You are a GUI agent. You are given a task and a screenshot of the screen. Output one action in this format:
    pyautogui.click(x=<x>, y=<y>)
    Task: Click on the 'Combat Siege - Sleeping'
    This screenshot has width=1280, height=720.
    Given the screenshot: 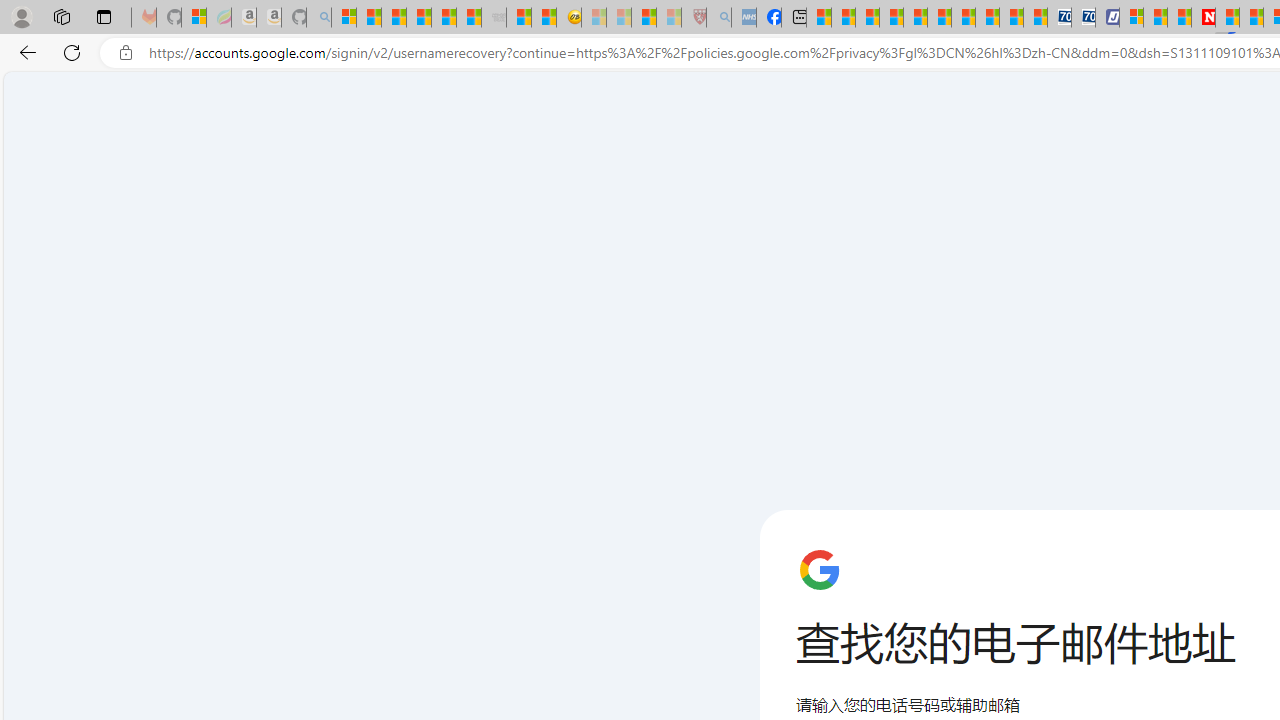 What is the action you would take?
    pyautogui.click(x=494, y=17)
    